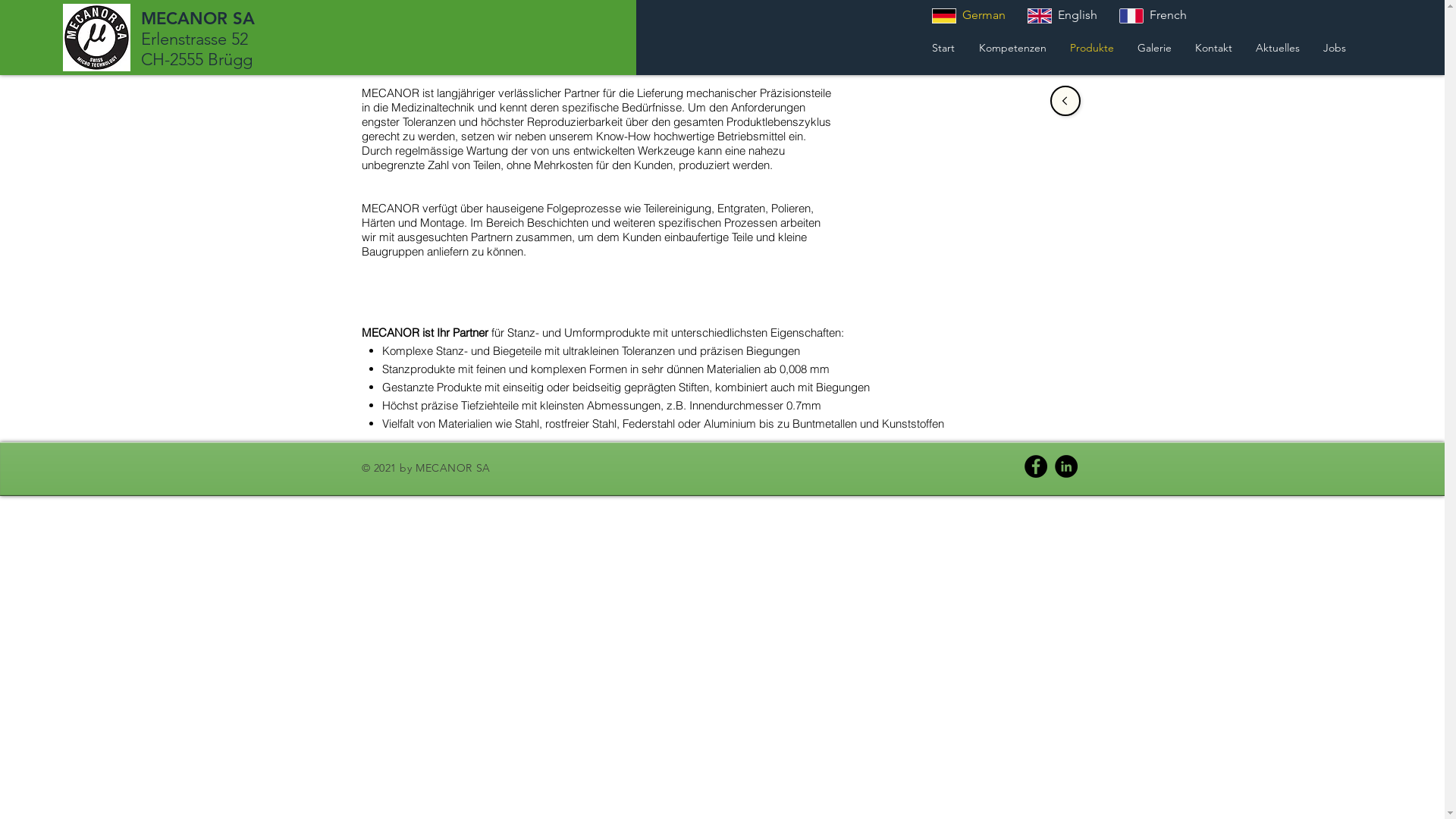 The image size is (1456, 819). I want to click on 'Erlenstrasse 52', so click(193, 38).